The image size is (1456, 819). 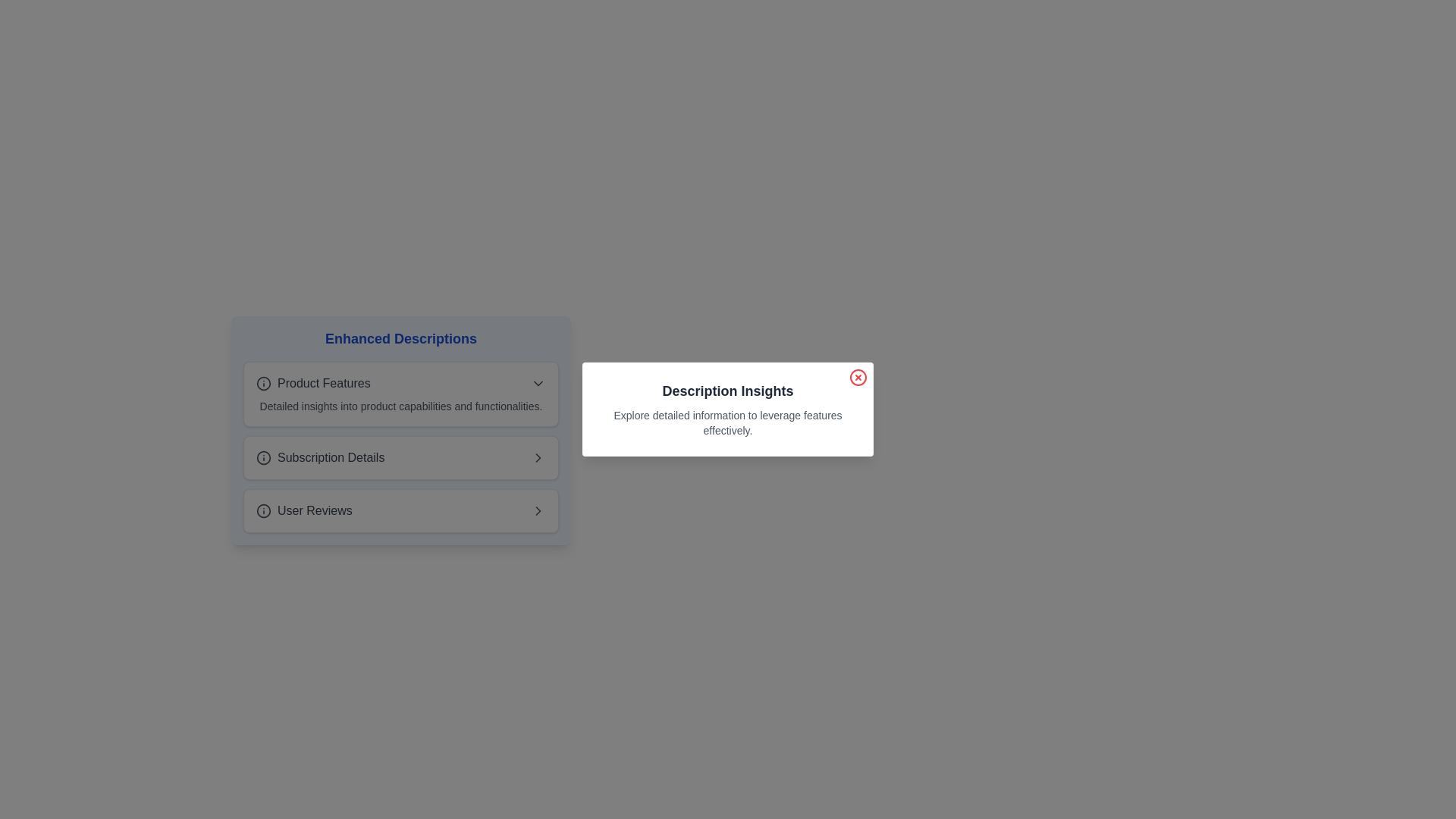 I want to click on the dismiss button located at the top-right corner of the 'Description Insights' panel, so click(x=858, y=376).